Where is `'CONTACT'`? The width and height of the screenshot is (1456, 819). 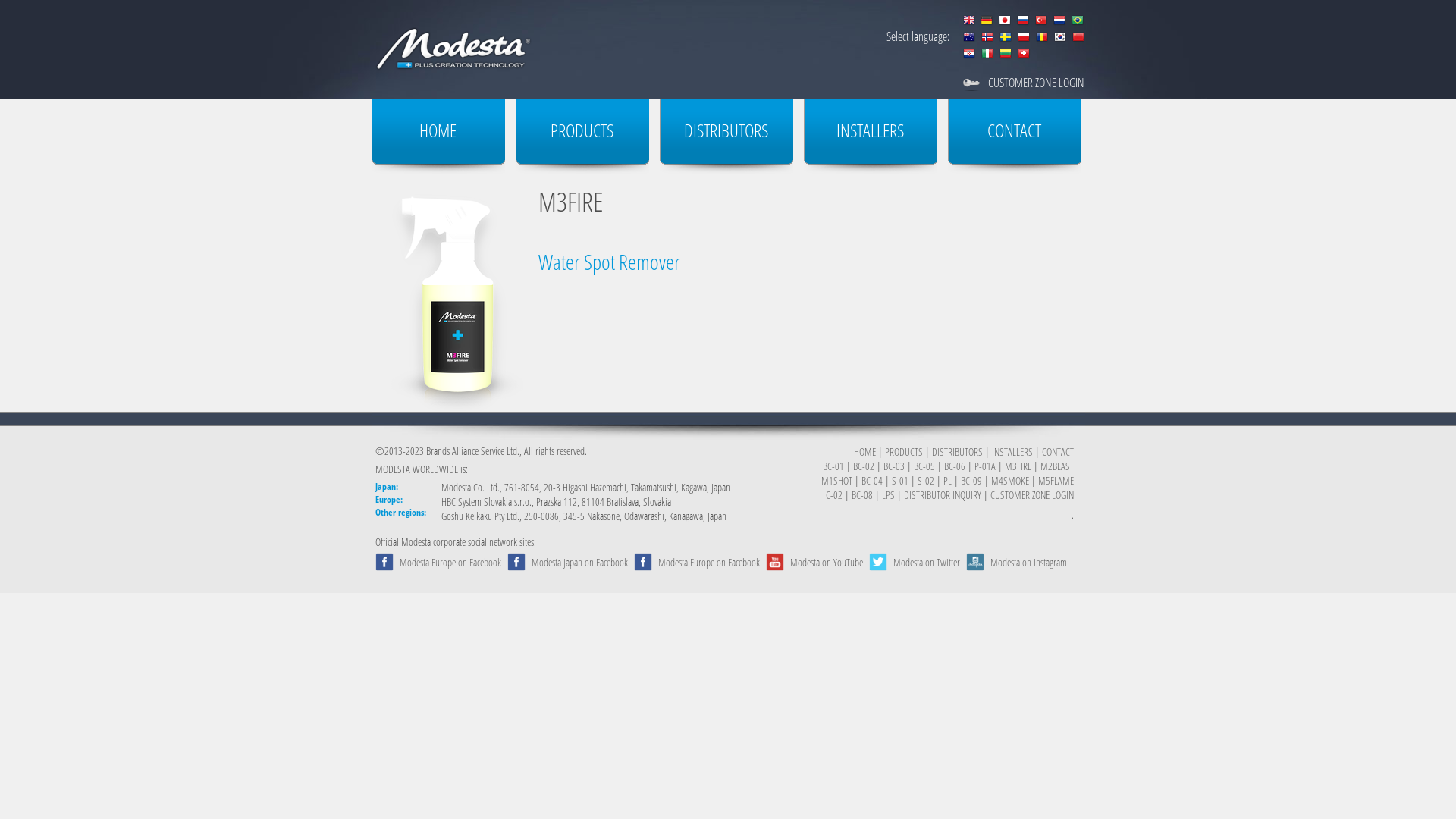 'CONTACT' is located at coordinates (1015, 135).